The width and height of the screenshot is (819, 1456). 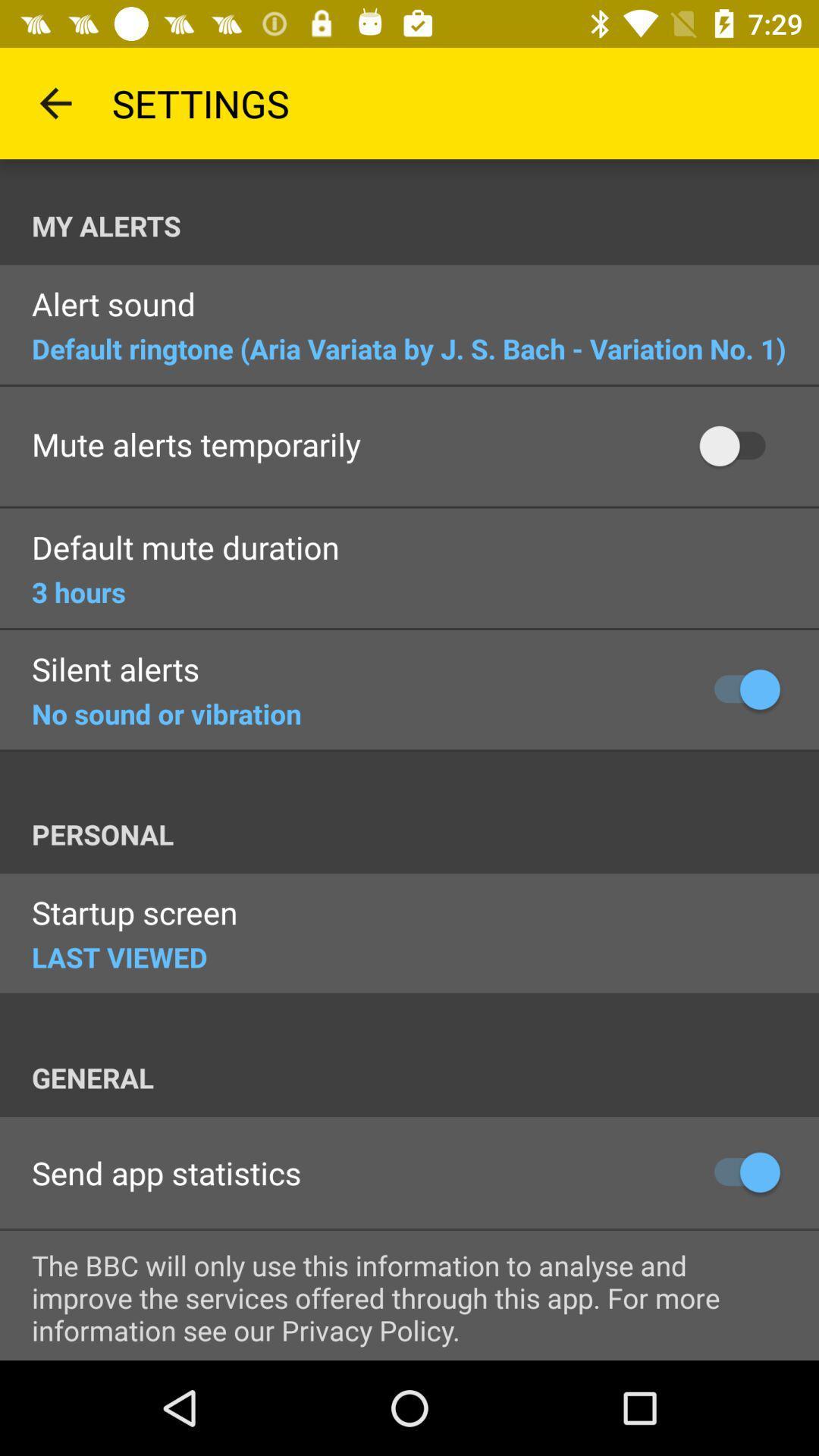 What do you see at coordinates (196, 445) in the screenshot?
I see `the item below the default ringtone aria` at bounding box center [196, 445].